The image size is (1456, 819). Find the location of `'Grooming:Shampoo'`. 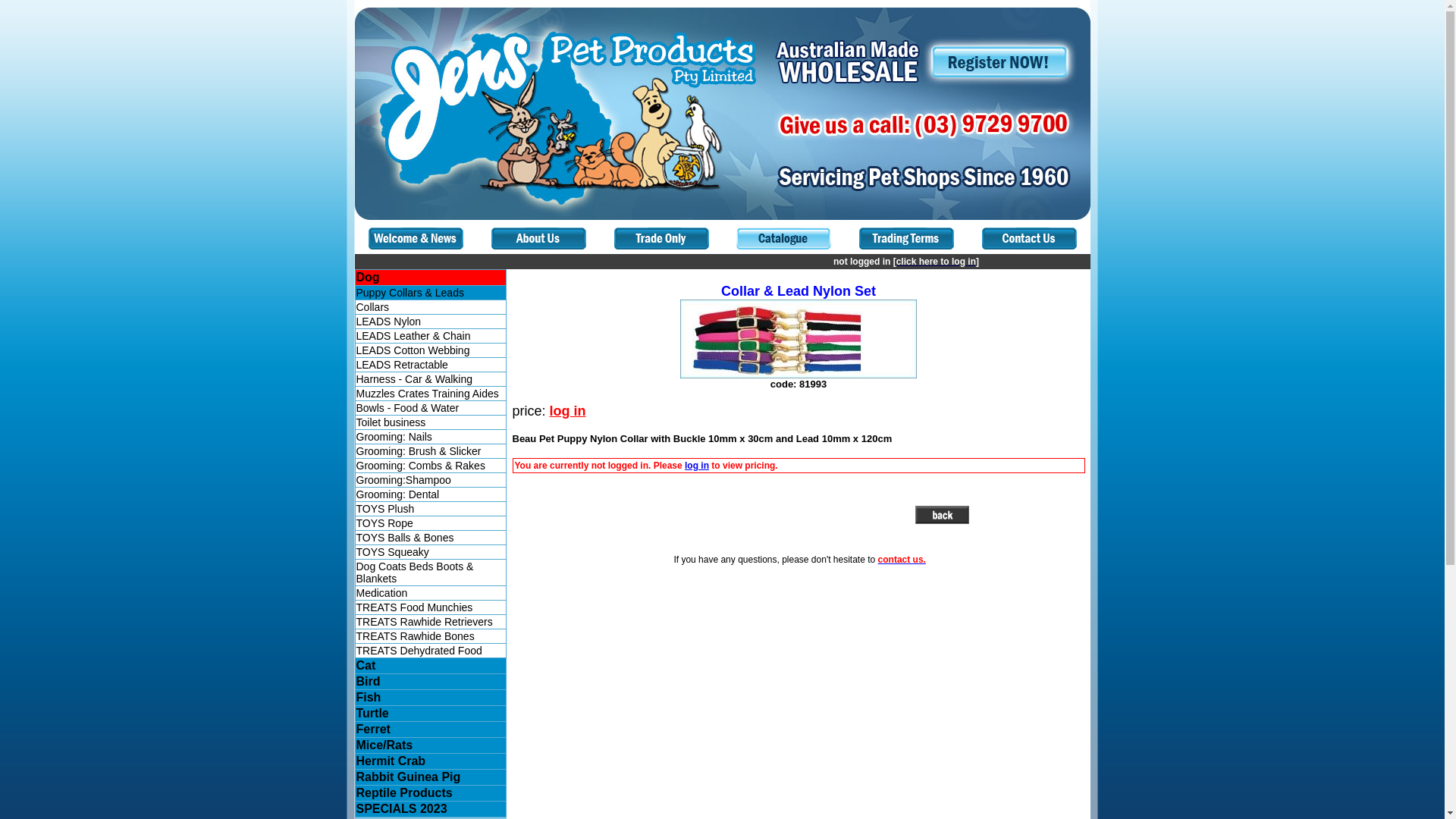

'Grooming:Shampoo' is located at coordinates (403, 479).